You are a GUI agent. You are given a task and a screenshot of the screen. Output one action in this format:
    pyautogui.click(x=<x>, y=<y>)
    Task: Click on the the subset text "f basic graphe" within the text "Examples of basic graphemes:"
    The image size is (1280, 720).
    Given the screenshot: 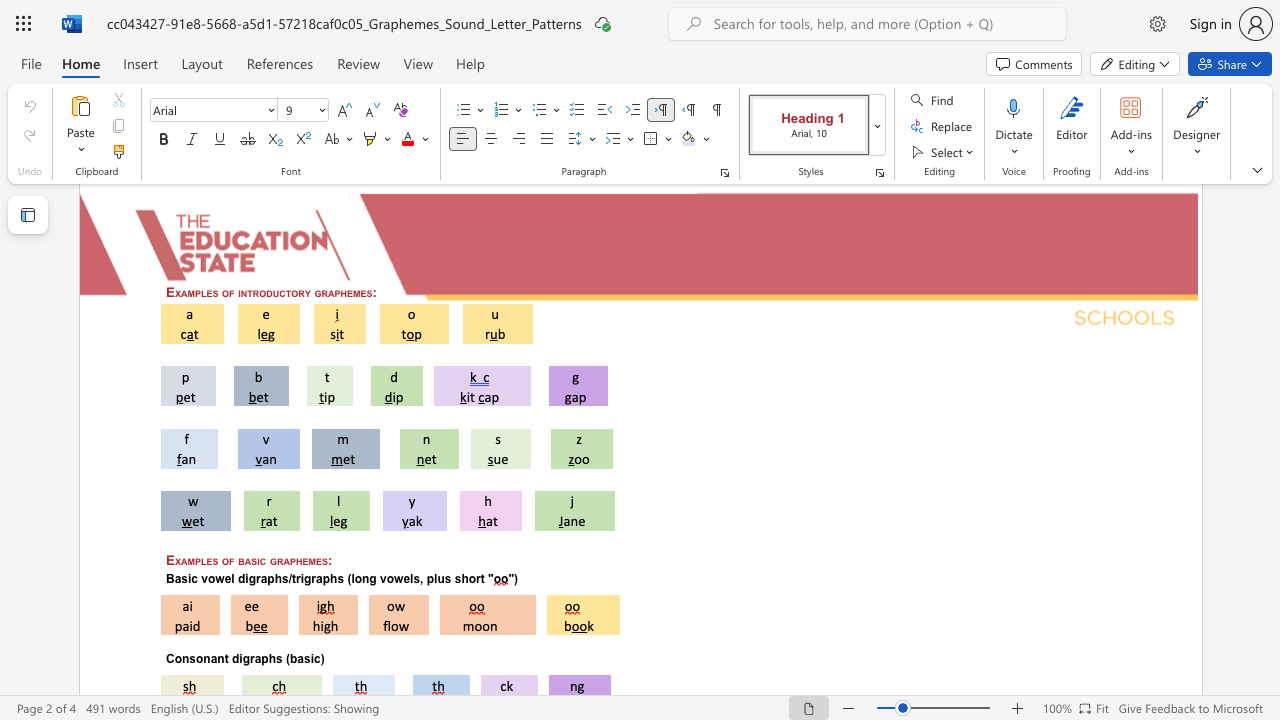 What is the action you would take?
    pyautogui.click(x=229, y=560)
    